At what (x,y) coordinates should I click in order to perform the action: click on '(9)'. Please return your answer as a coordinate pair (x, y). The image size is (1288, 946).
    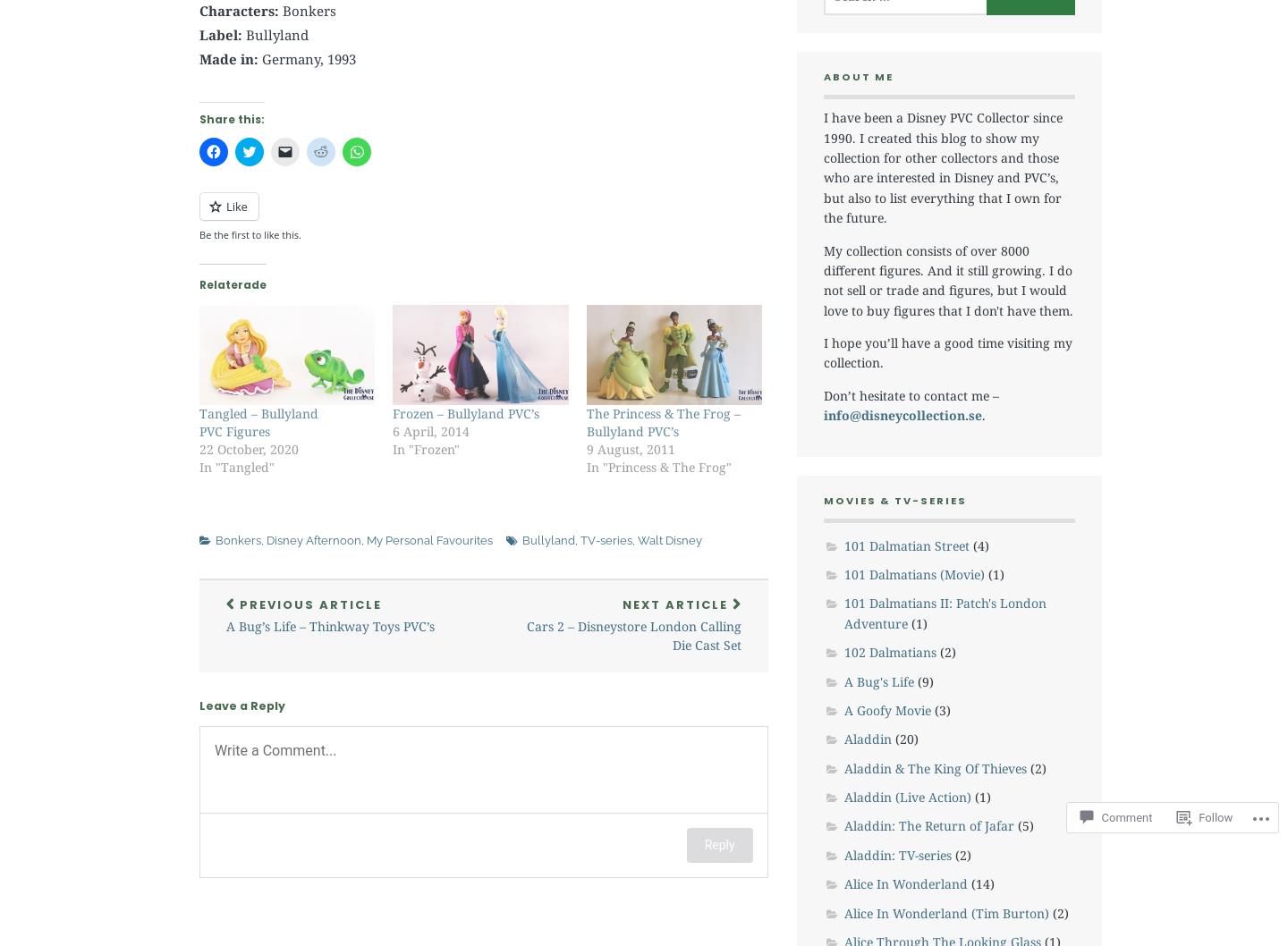
    Looking at the image, I should click on (923, 680).